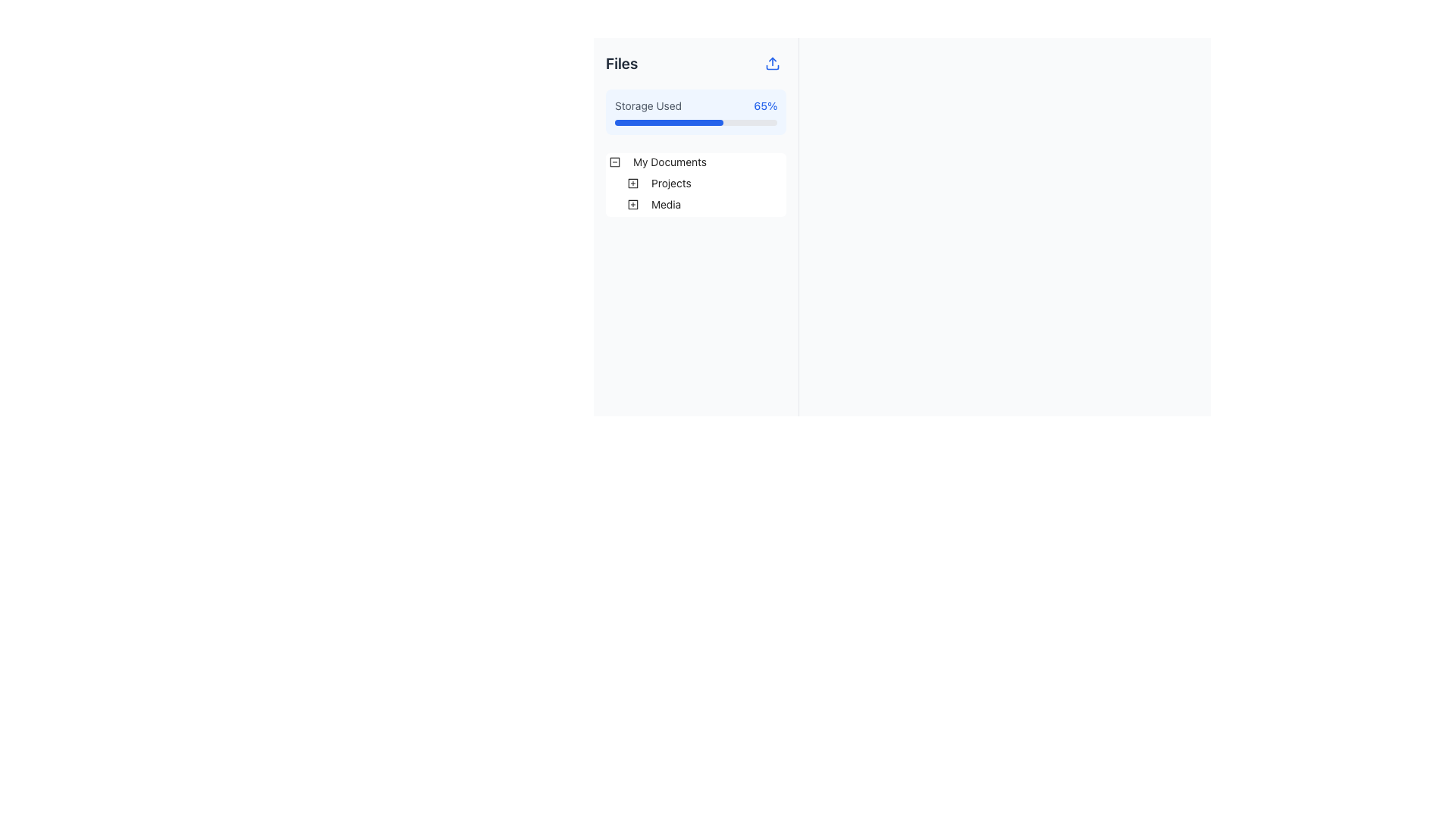  Describe the element at coordinates (668, 122) in the screenshot. I see `the blue progress bar segment representing part of the storage usage display, located under the 'Storage Used' label and beside the '65%' text` at that location.